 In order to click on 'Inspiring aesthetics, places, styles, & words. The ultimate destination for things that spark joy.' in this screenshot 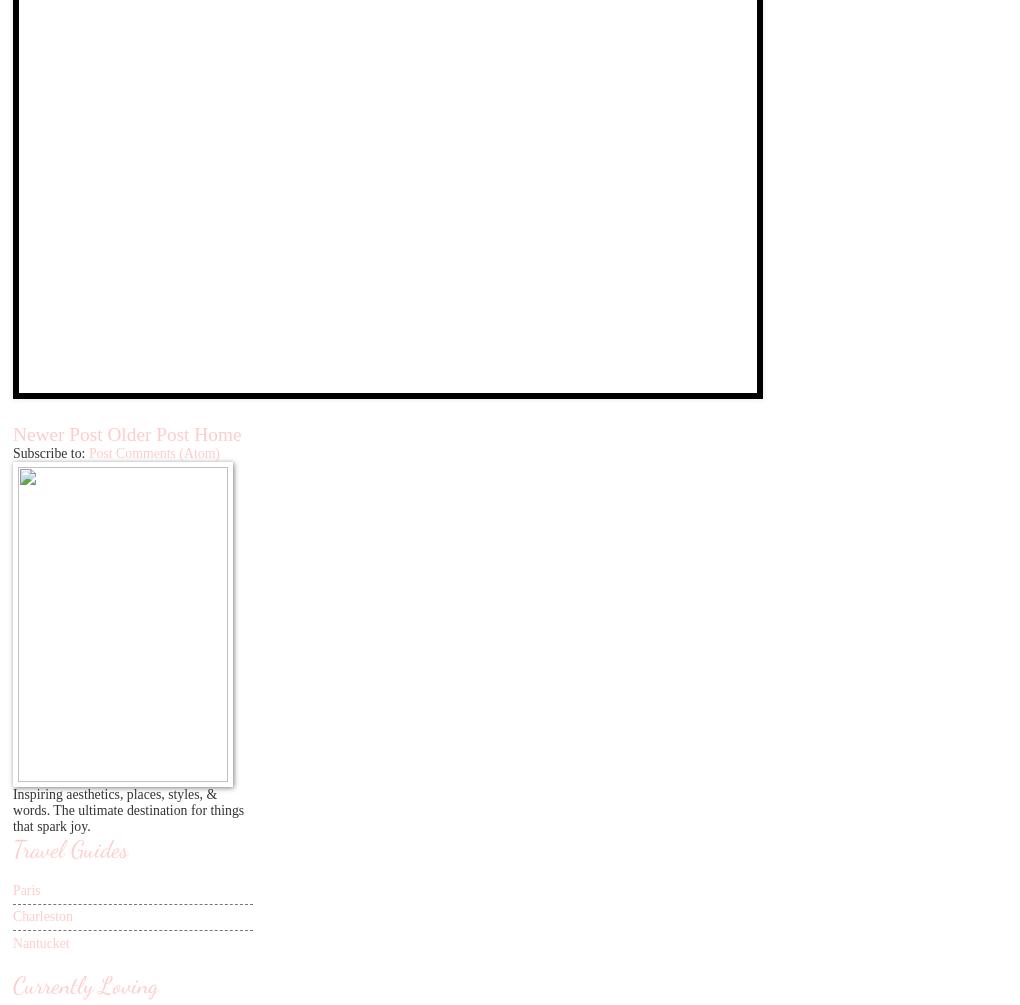, I will do `click(11, 810)`.